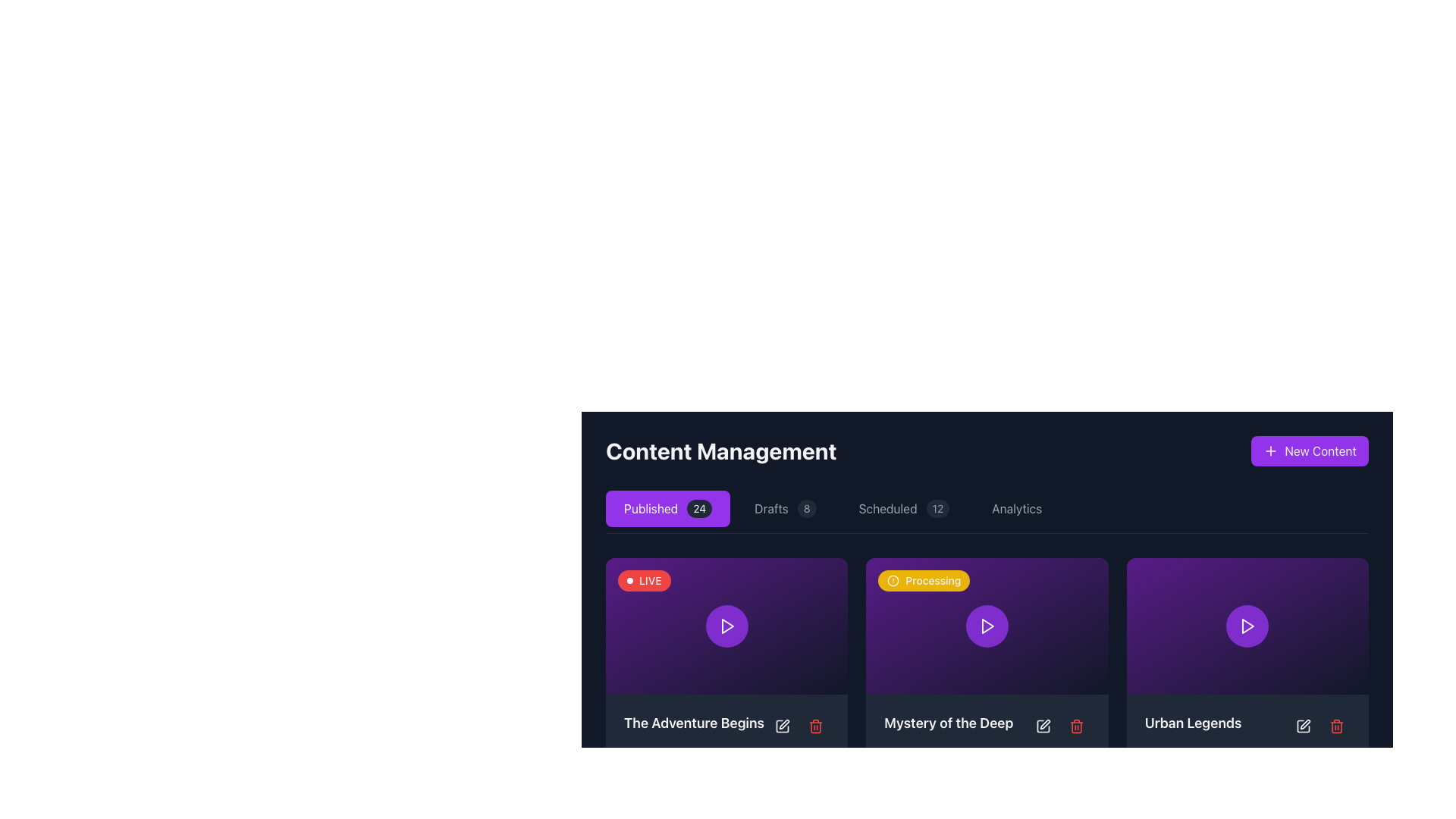 The width and height of the screenshot is (1456, 819). What do you see at coordinates (815, 725) in the screenshot?
I see `the delete button located at the end of the options row beneath the card titled 'The Adventure Begins' in the Published section of the Content Management interface to observe its hover effects` at bounding box center [815, 725].